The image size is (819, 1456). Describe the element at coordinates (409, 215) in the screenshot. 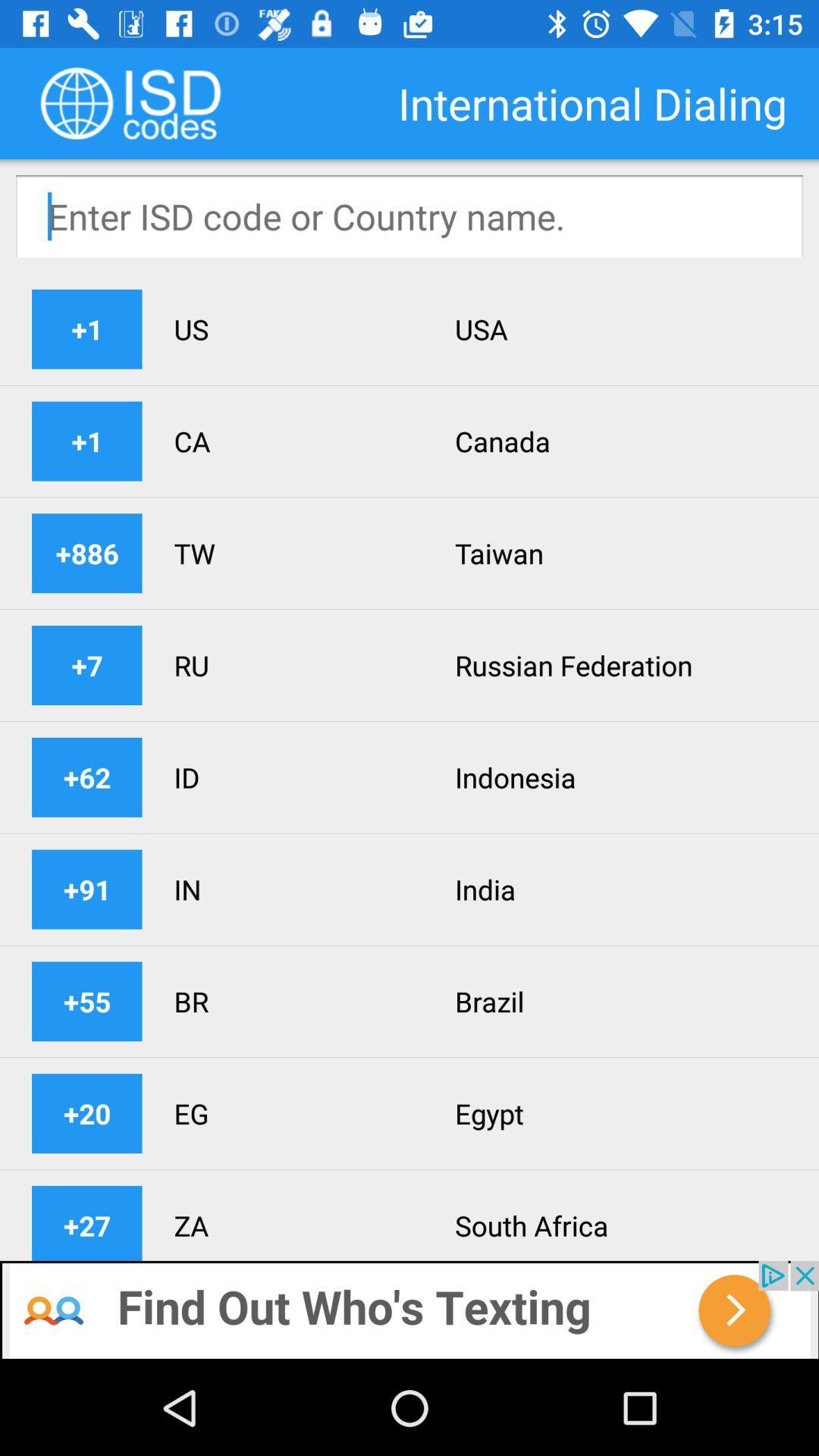

I see `isd code and country name field` at that location.